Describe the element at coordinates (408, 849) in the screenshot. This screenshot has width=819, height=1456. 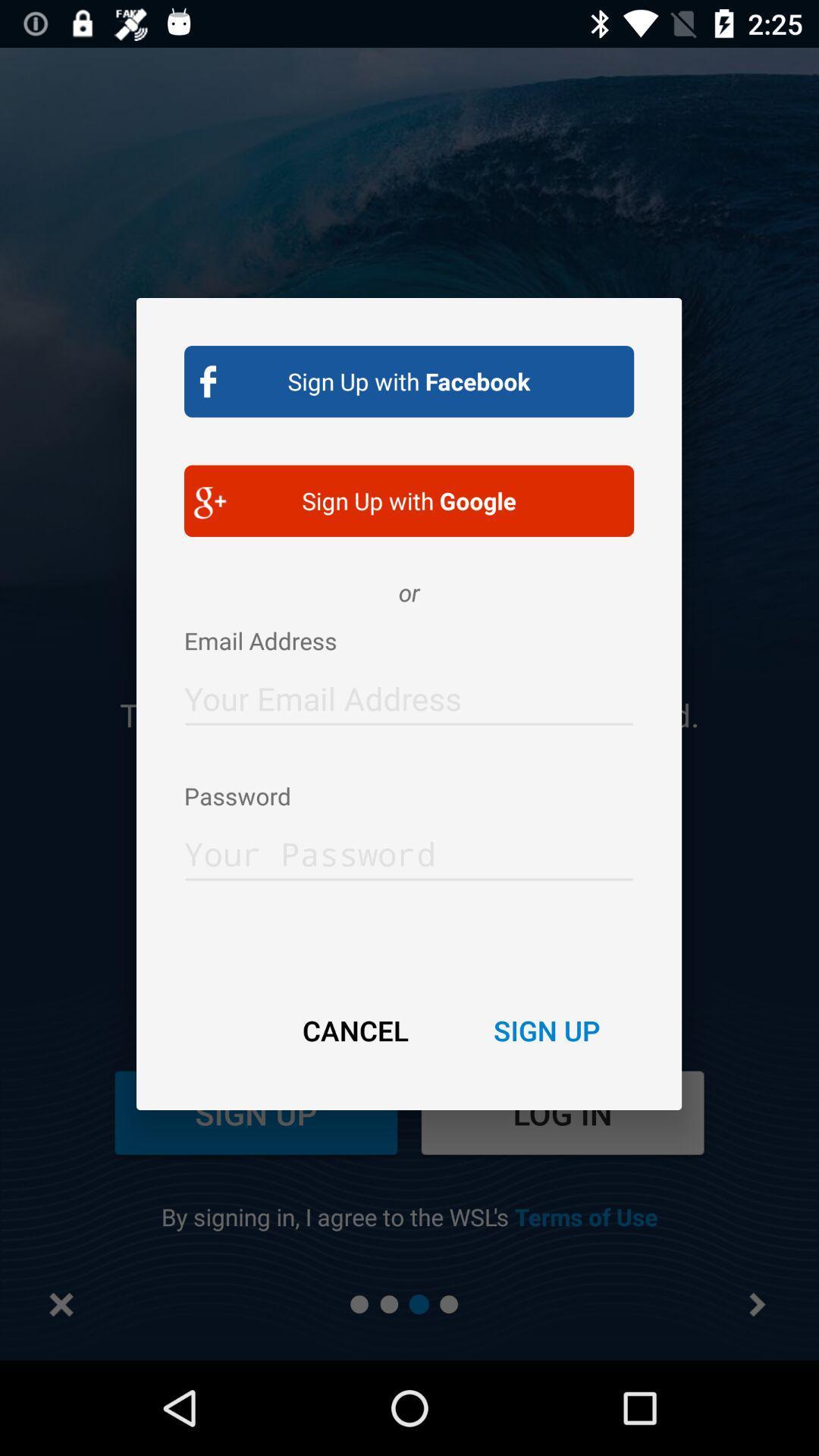
I see `type password` at that location.